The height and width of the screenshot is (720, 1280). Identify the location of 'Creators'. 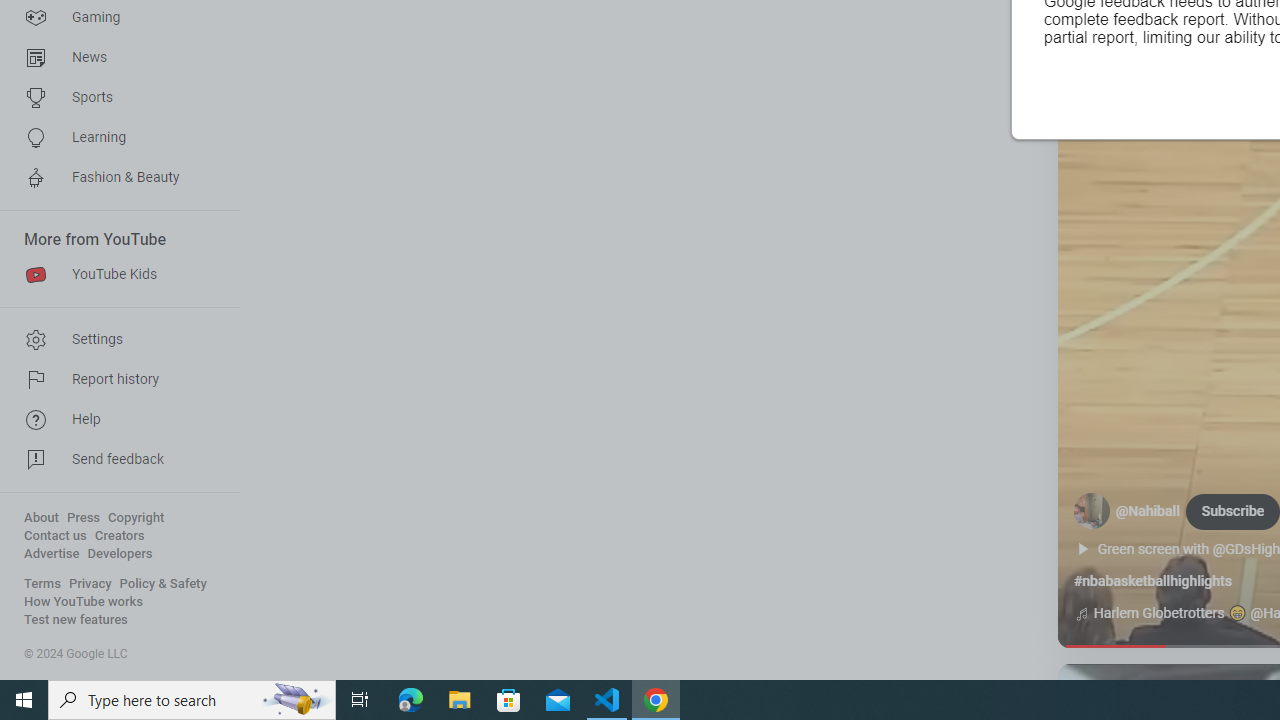
(118, 535).